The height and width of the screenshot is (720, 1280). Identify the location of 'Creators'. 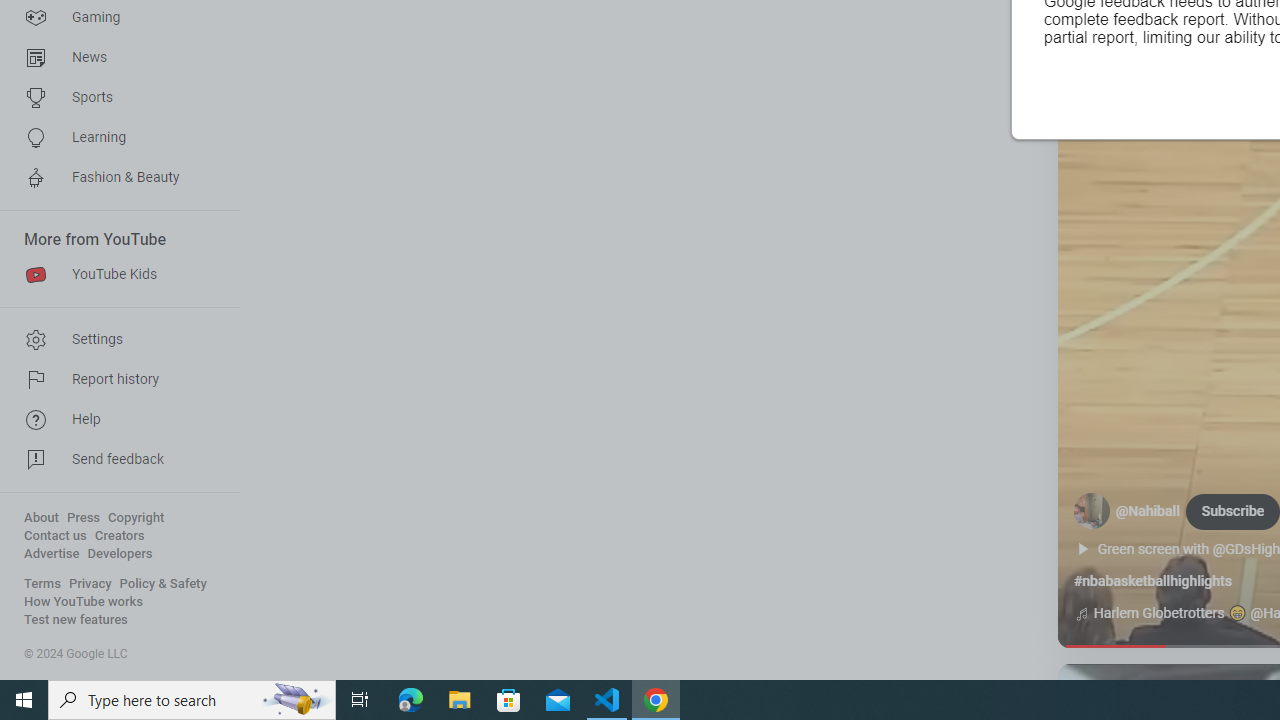
(118, 535).